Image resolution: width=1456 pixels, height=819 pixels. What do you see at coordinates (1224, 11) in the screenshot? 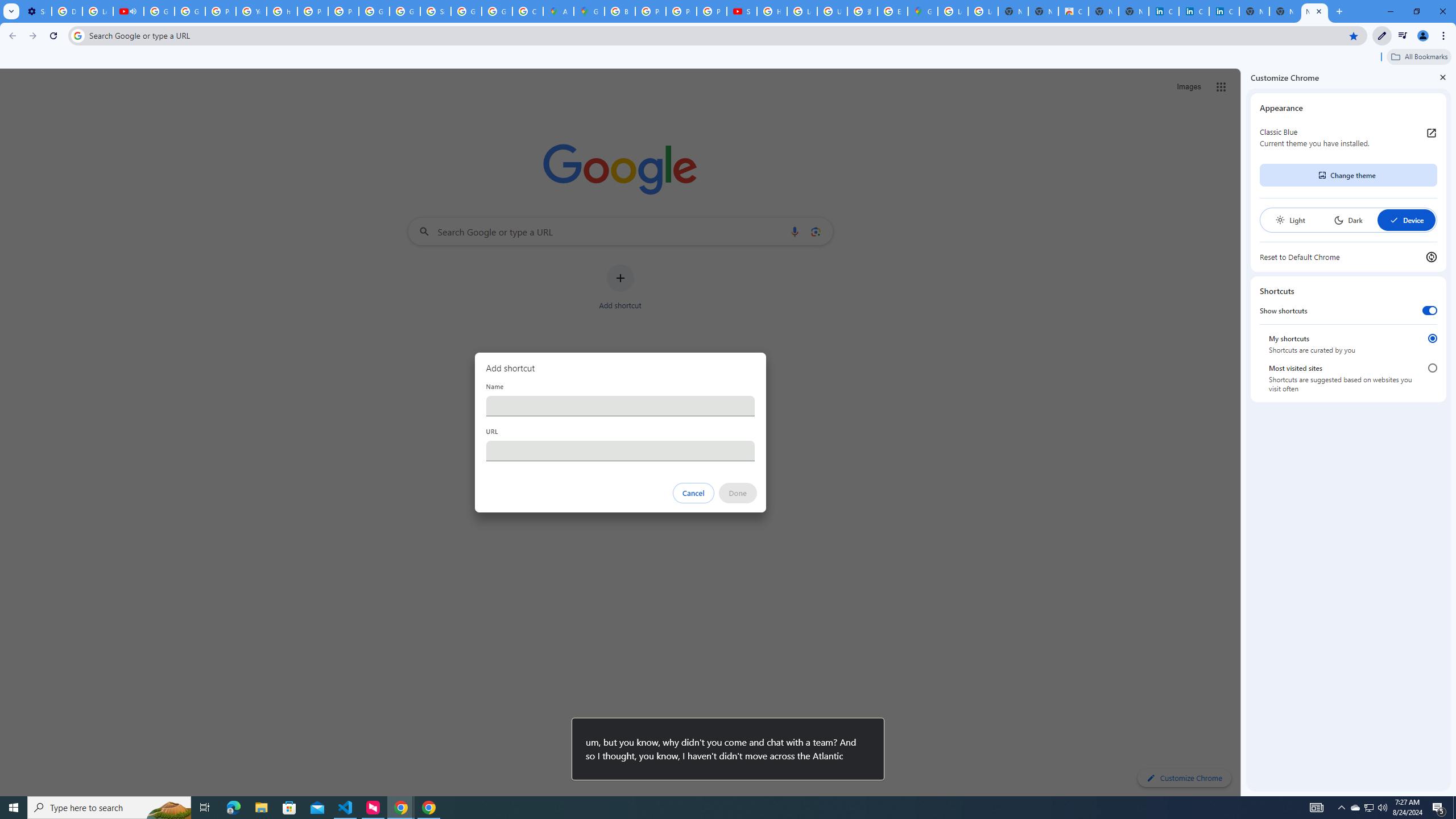
I see `'Copyright Policy'` at bounding box center [1224, 11].